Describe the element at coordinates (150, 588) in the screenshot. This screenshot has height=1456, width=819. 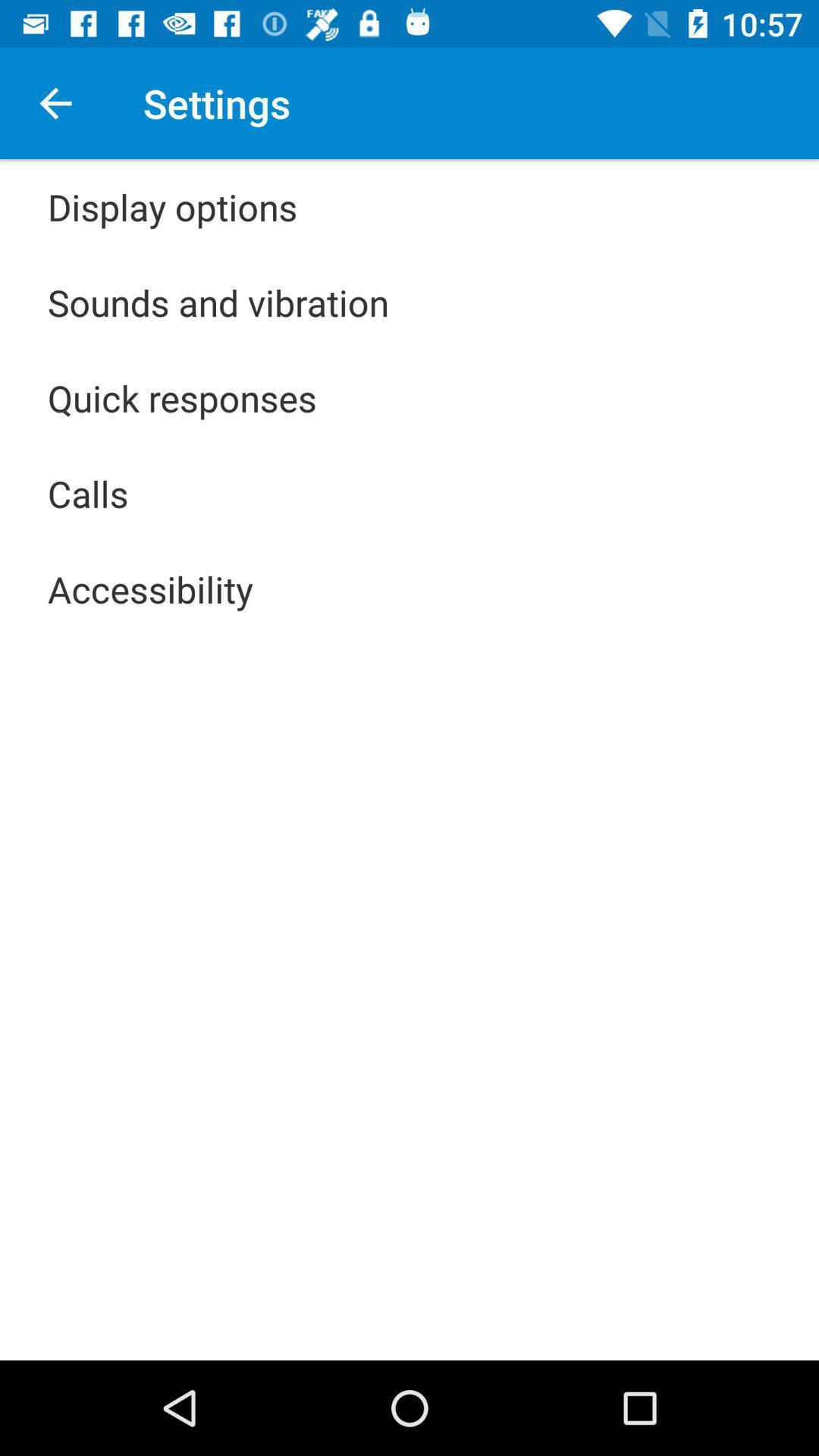
I see `app below the calls icon` at that location.